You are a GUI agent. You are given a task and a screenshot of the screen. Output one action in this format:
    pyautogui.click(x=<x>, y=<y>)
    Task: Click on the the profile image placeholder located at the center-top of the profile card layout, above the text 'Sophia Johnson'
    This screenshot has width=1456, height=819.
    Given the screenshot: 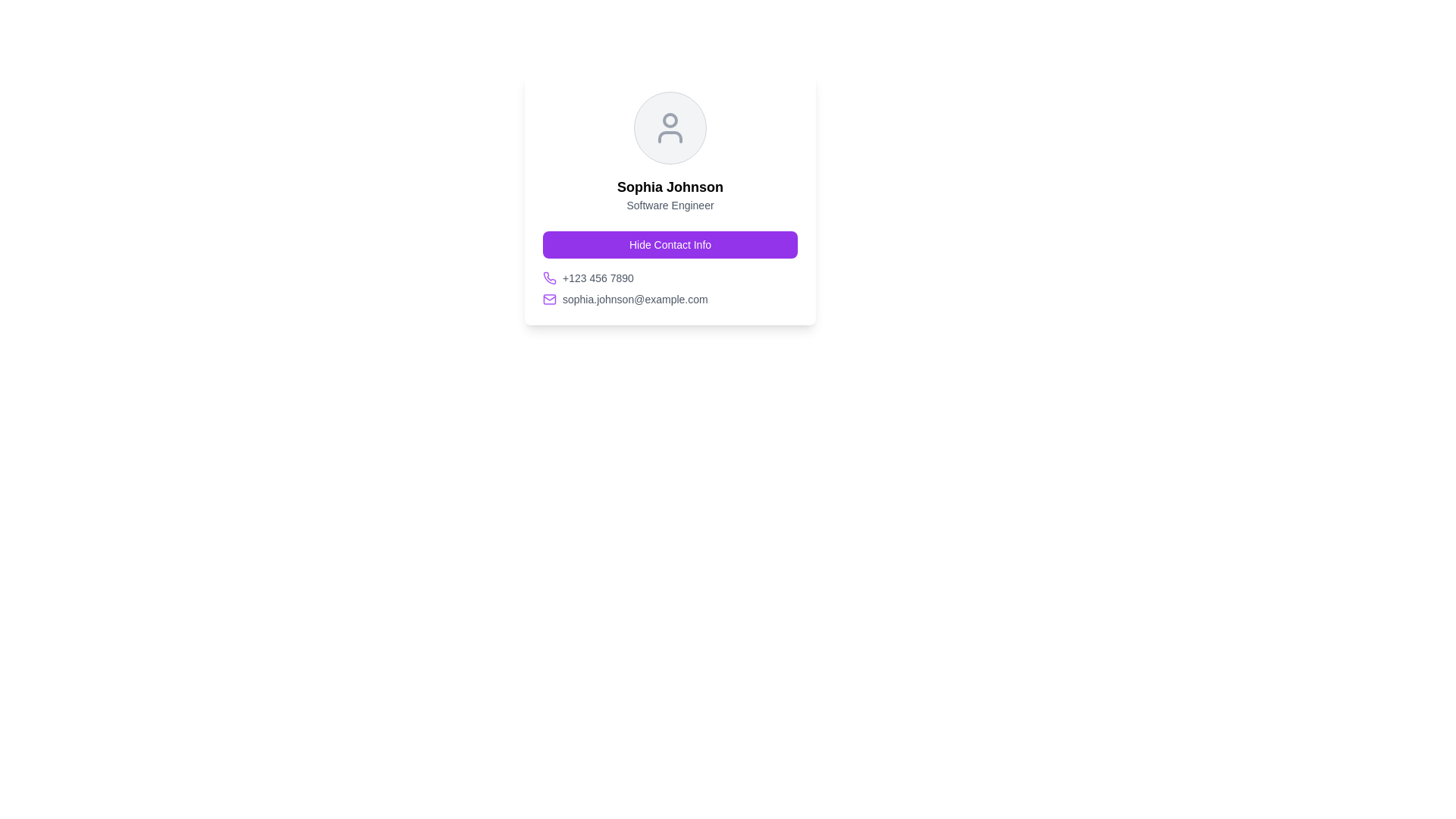 What is the action you would take?
    pyautogui.click(x=669, y=127)
    